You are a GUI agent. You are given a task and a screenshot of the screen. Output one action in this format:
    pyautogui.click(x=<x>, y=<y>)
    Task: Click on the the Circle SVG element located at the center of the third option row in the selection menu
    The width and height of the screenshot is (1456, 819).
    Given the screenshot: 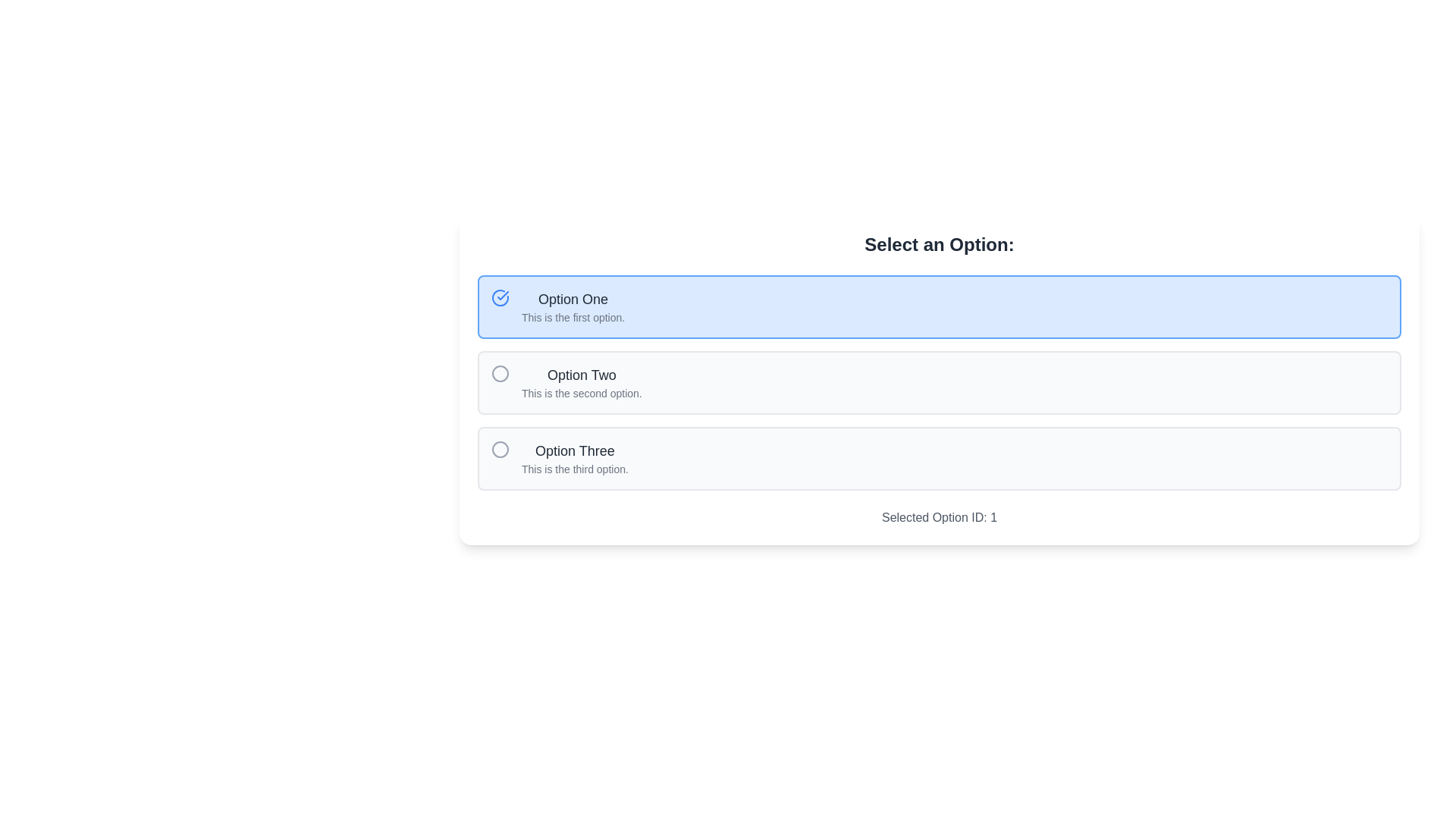 What is the action you would take?
    pyautogui.click(x=500, y=449)
    